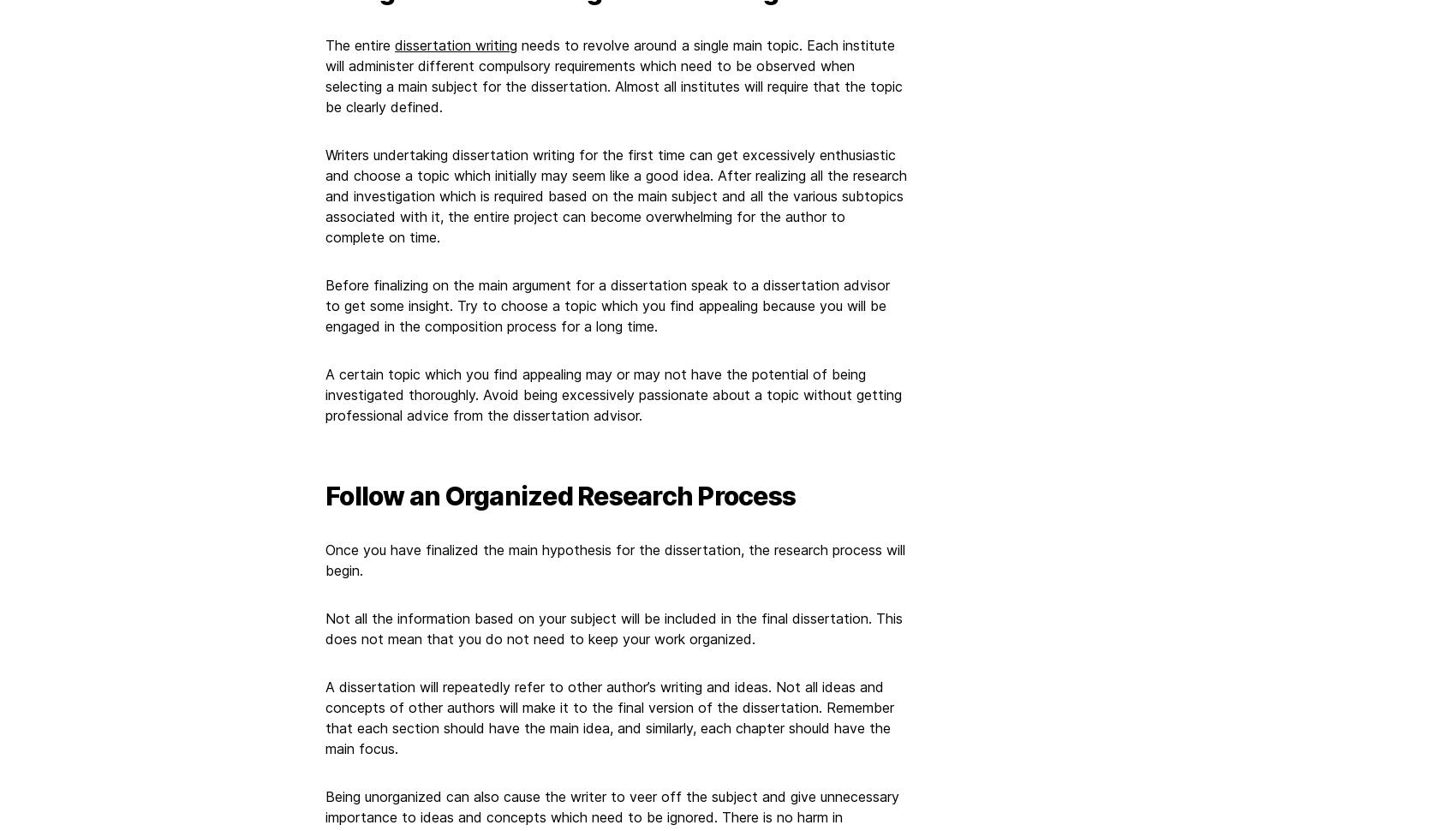  Describe the element at coordinates (609, 716) in the screenshot. I see `'A dissertation will repeatedly refer to other author’s writing and ideas. Not all ideas and concepts of other authors will make it to the final version of the dissertation. Remember that each section should have the main idea, and similarly, each chapter should have the main focus.'` at that location.